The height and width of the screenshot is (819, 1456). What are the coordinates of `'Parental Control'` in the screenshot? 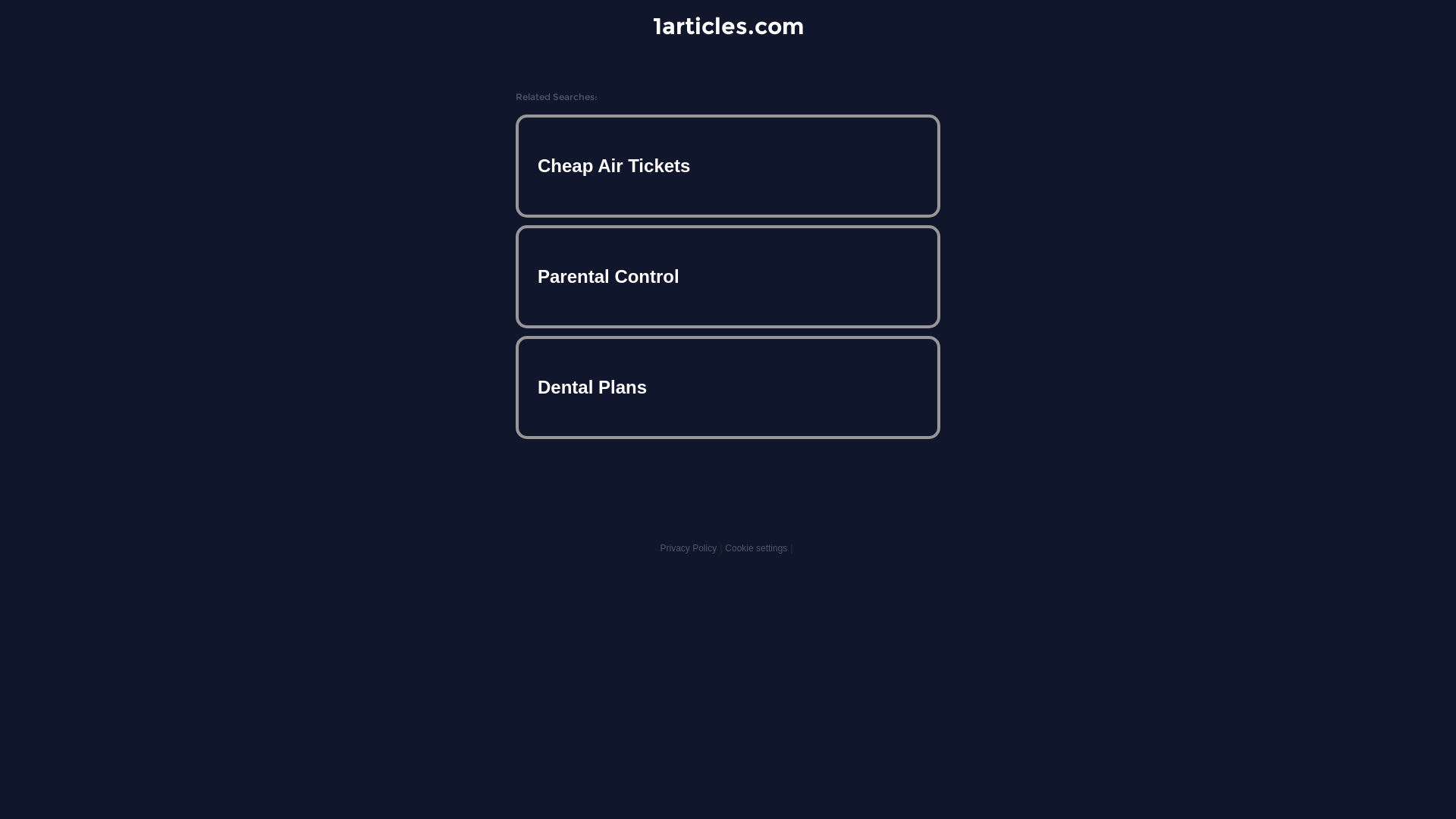 It's located at (728, 277).